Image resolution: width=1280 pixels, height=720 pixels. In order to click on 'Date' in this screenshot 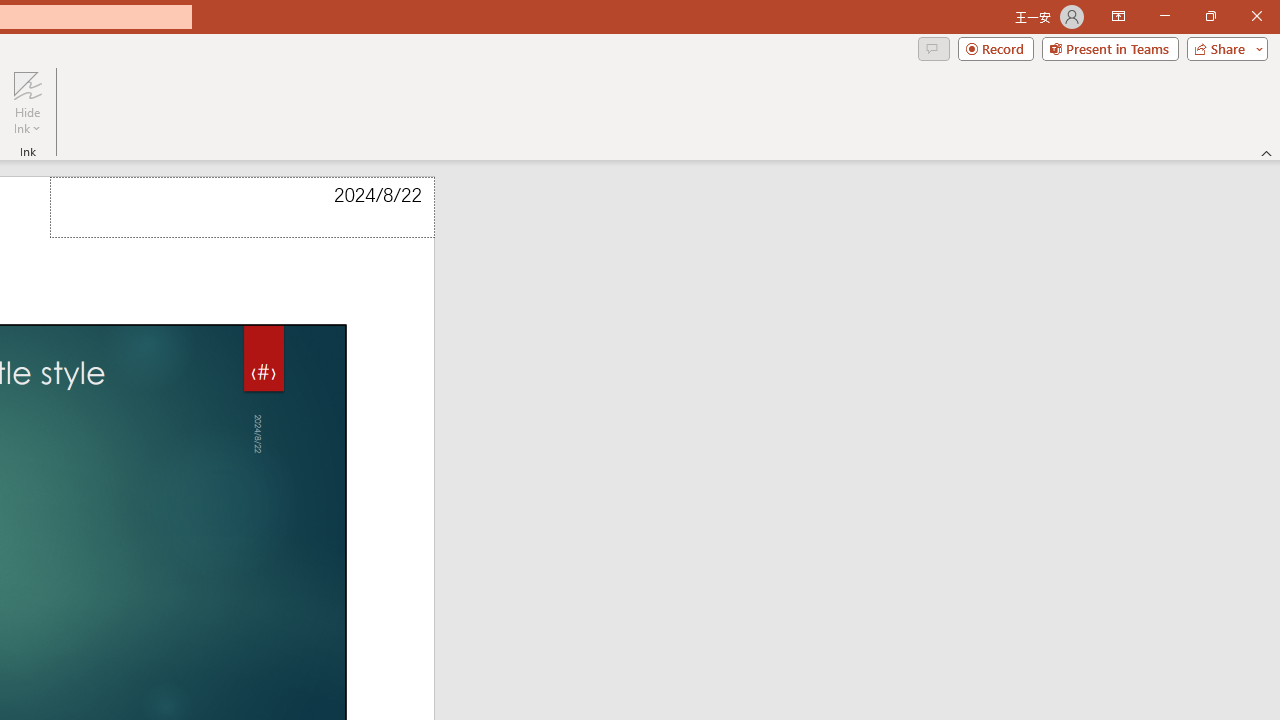, I will do `click(241, 207)`.